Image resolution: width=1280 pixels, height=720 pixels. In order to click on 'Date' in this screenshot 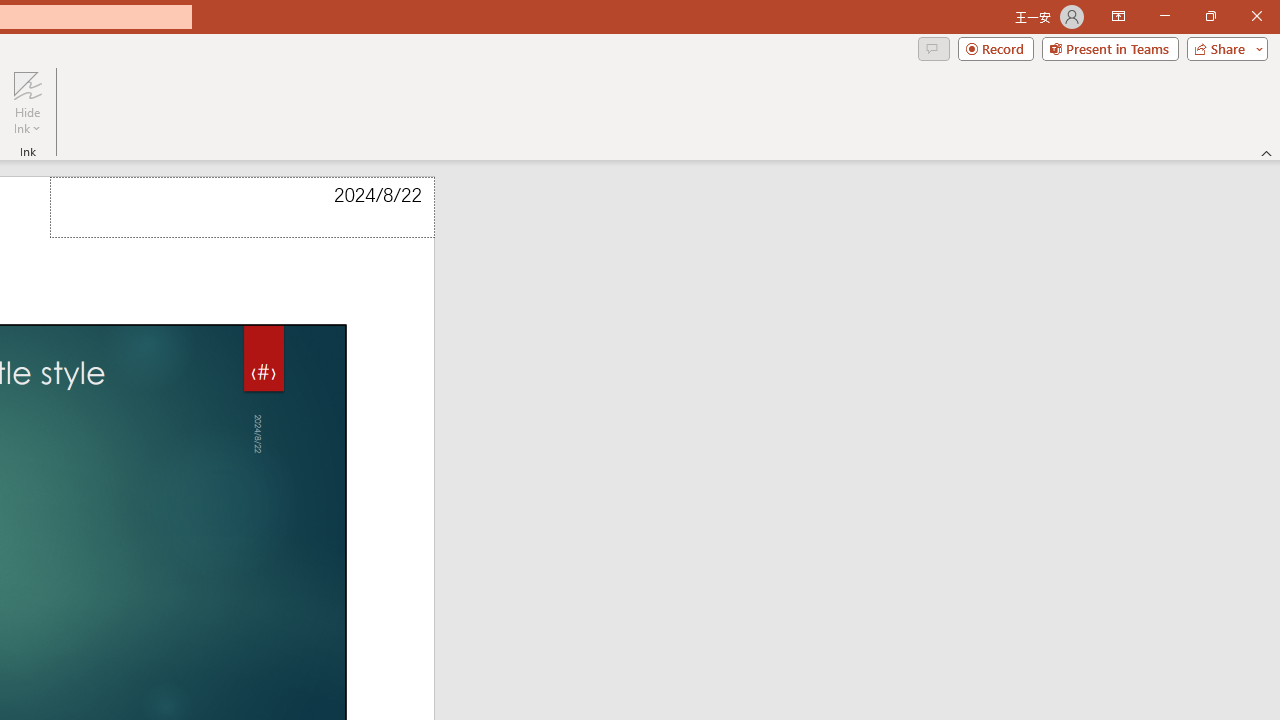, I will do `click(241, 207)`.